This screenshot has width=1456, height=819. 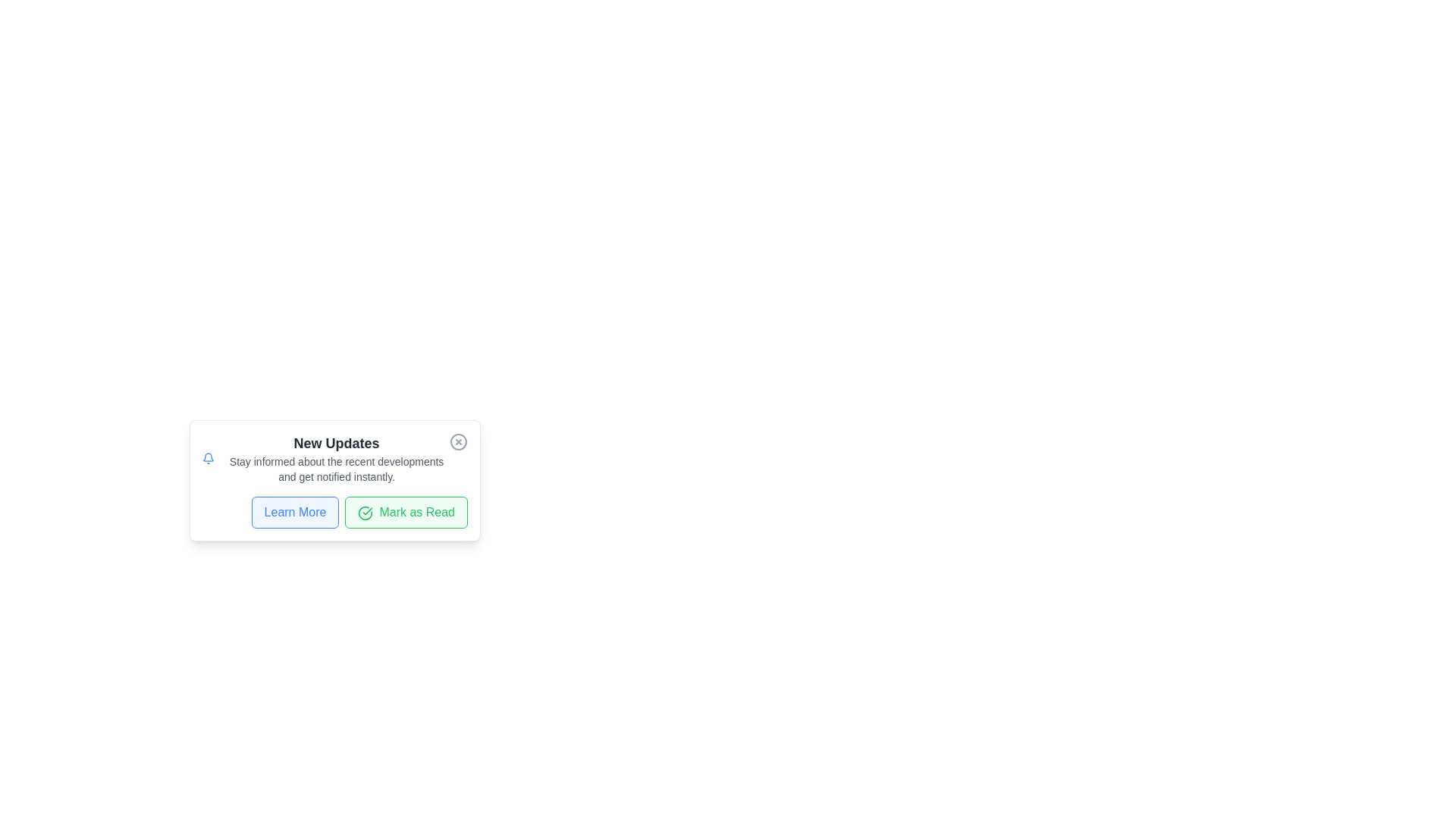 What do you see at coordinates (336, 458) in the screenshot?
I see `the Informational text block located at the top of the notification card, which provides context for recent updates and is situated to the right of the blue bell icon` at bounding box center [336, 458].